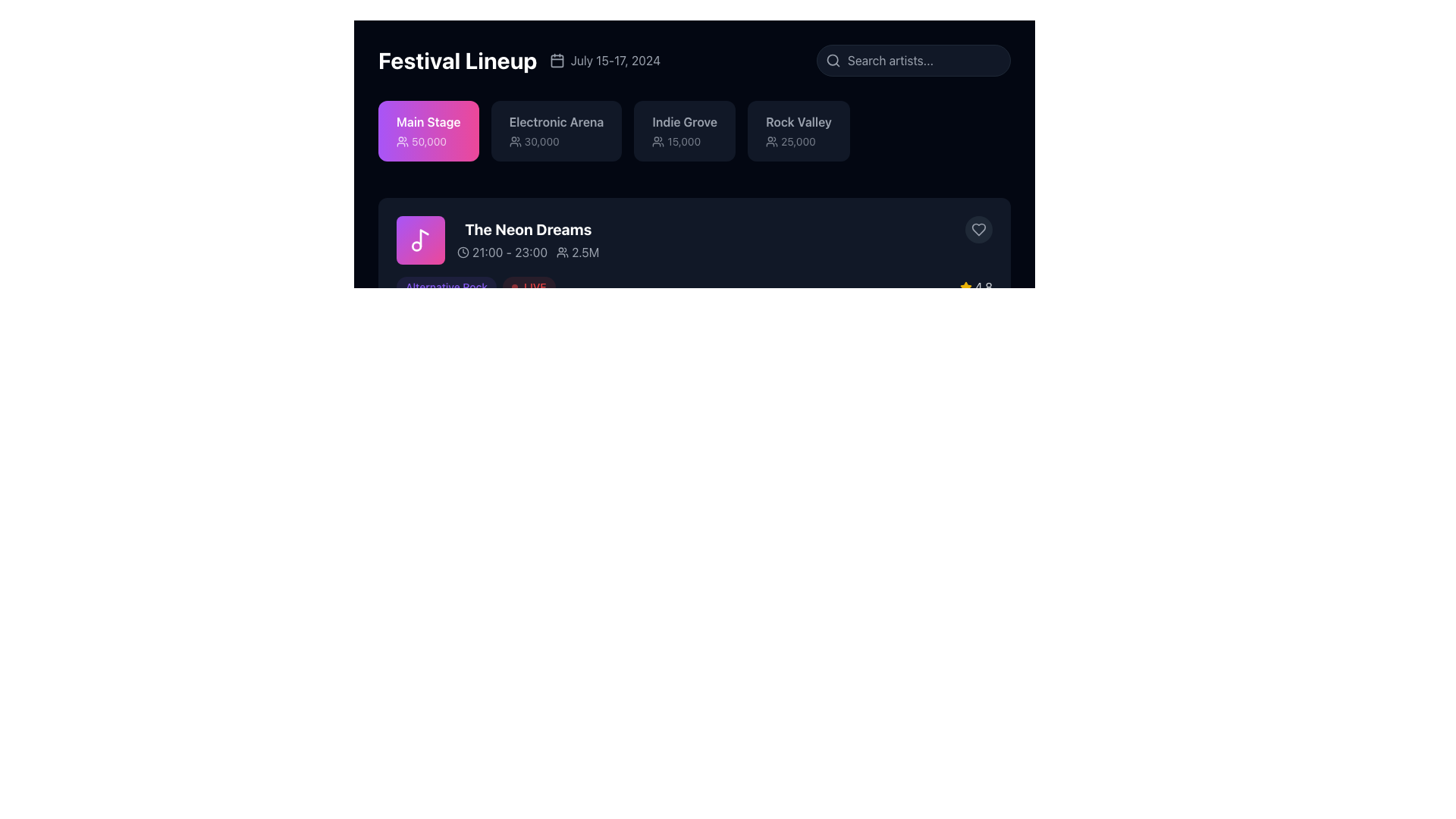 This screenshot has height=819, width=1456. I want to click on the Text label that presents the name of a specific venue or event category, located third from the left in a horizontal group of four elements, aligned centrally in the second row of the layout, so click(684, 121).